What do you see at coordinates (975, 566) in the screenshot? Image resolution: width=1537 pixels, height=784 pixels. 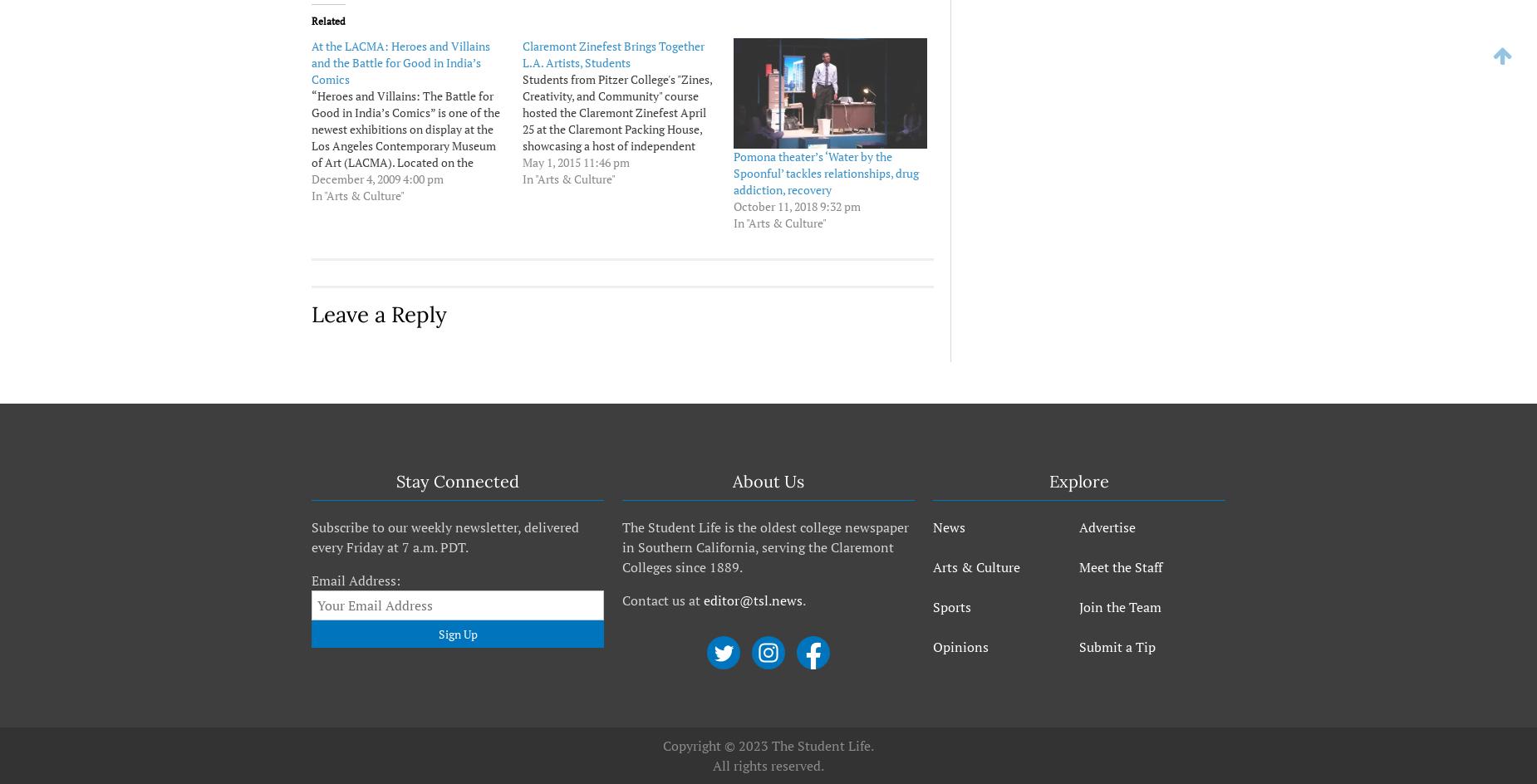 I see `'Arts & Culture'` at bounding box center [975, 566].